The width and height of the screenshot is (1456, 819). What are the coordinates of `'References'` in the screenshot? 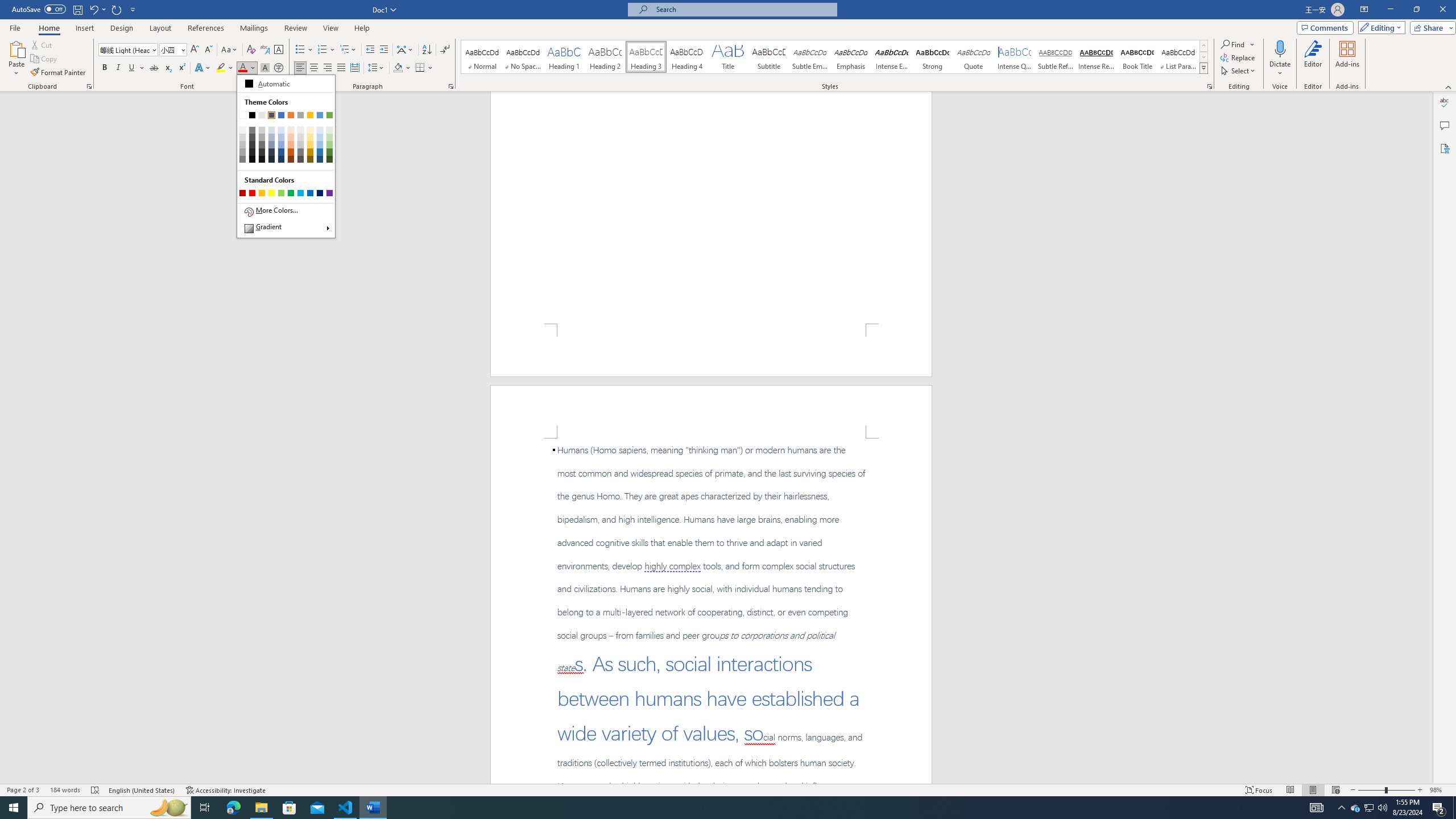 It's located at (206, 28).